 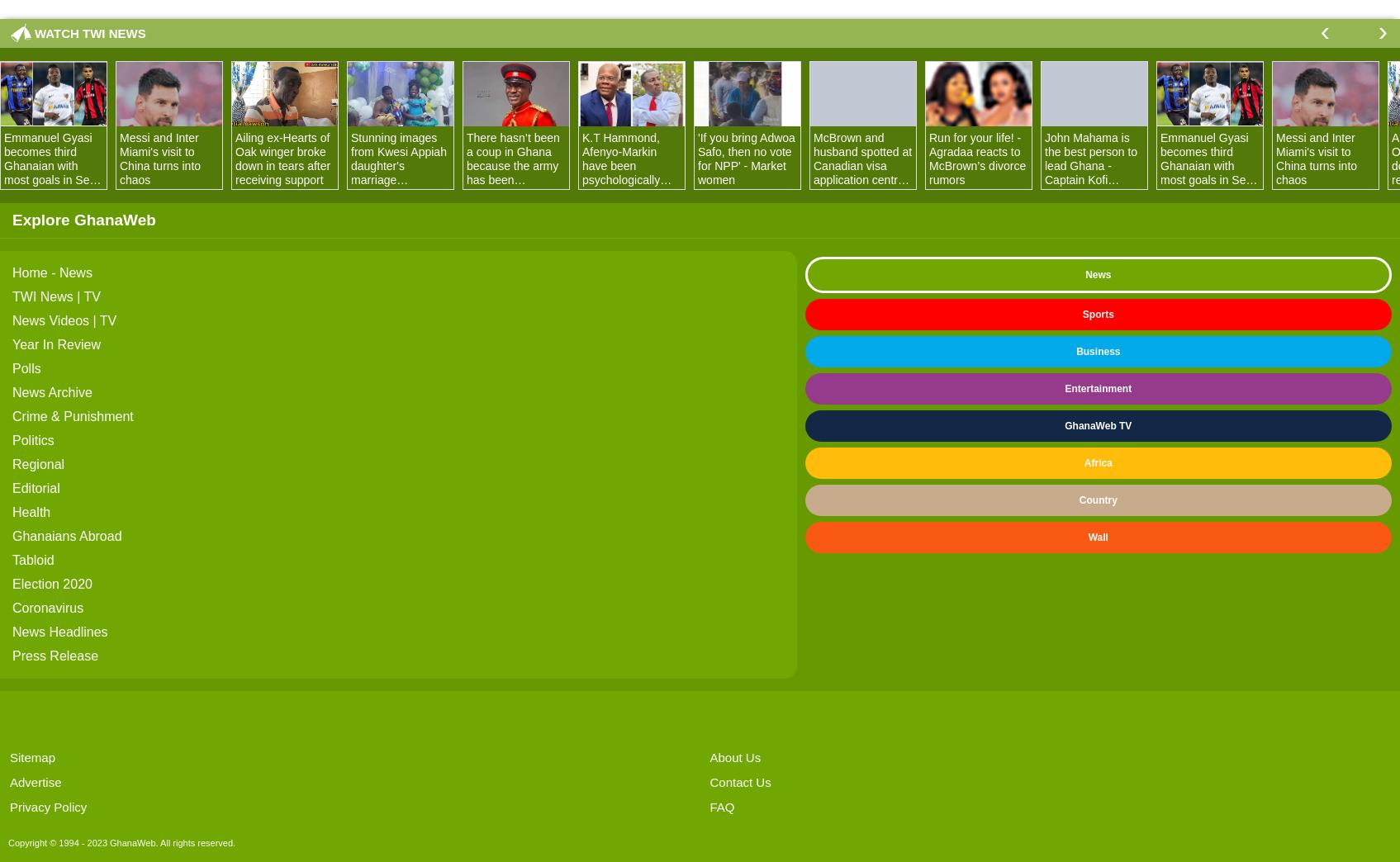 I want to click on 'News', so click(x=1098, y=275).